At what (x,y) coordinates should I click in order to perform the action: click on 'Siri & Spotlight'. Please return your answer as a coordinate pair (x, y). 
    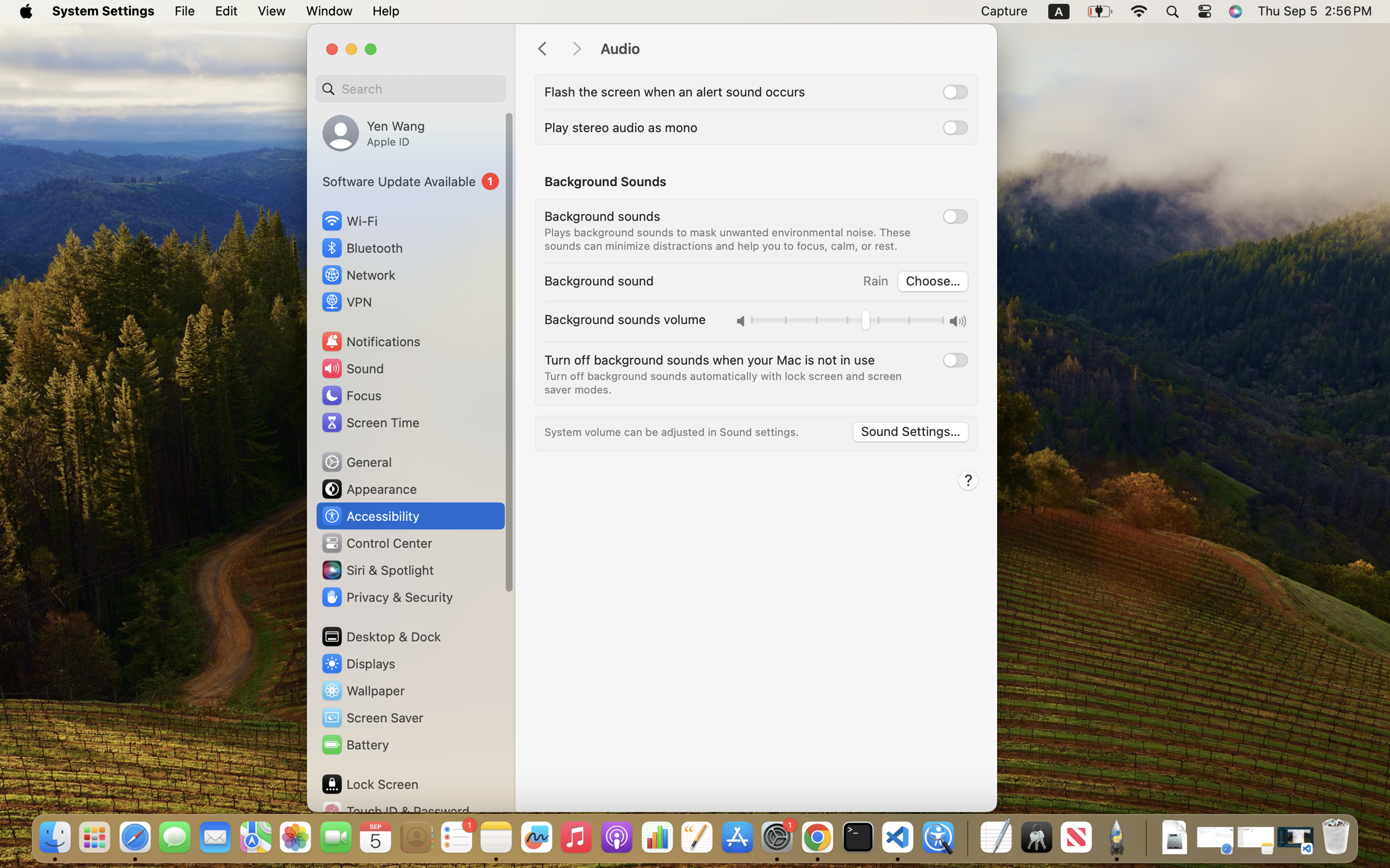
    Looking at the image, I should click on (376, 569).